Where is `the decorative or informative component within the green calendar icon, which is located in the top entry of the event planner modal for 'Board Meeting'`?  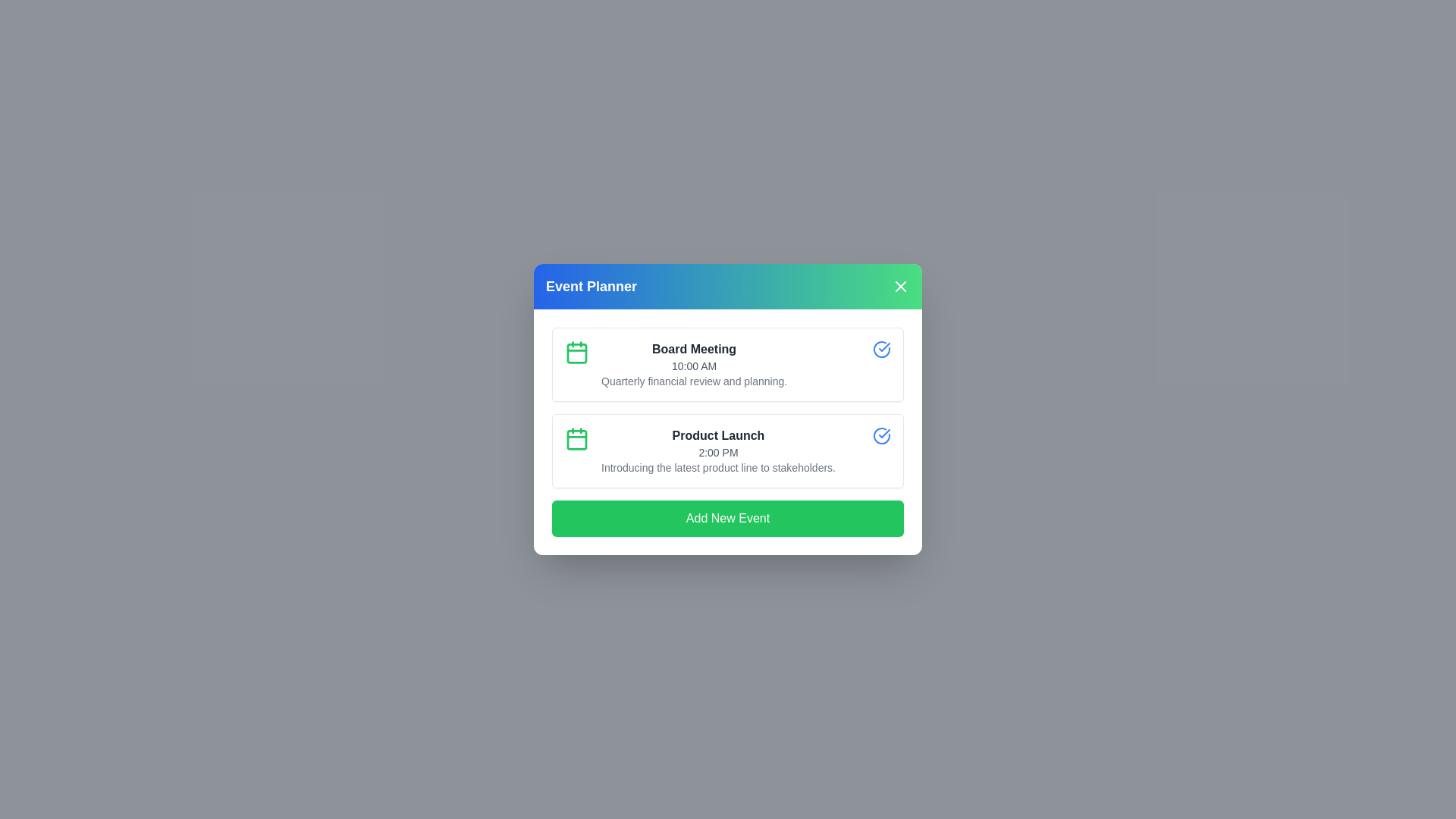 the decorative or informative component within the green calendar icon, which is located in the top entry of the event planner modal for 'Board Meeting' is located at coordinates (576, 353).